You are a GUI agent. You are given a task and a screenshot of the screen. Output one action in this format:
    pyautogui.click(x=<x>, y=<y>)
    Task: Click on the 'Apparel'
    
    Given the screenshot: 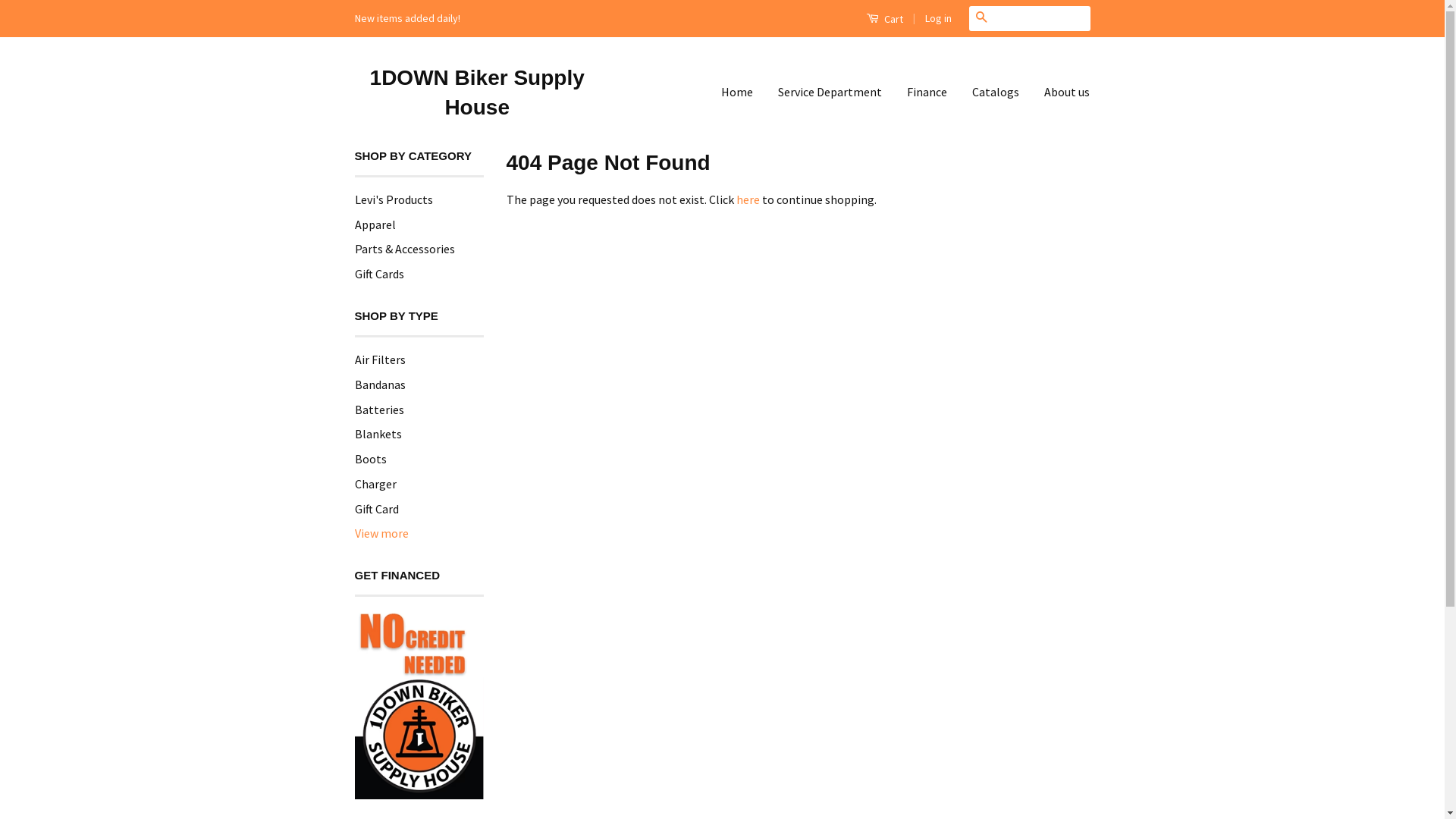 What is the action you would take?
    pyautogui.click(x=375, y=224)
    